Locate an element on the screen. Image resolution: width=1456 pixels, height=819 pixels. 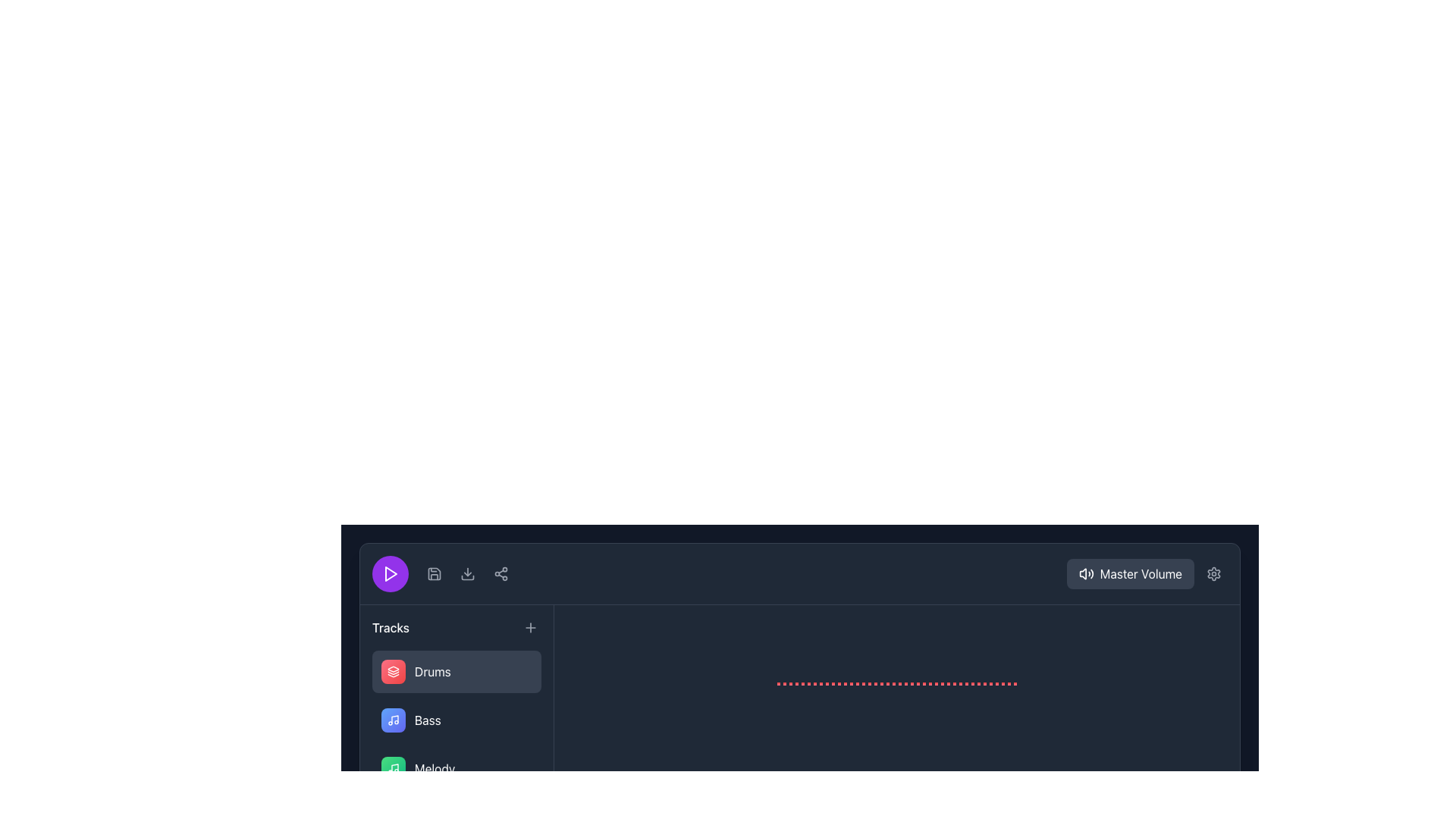
the Icon button resembling a minimalist 'X' shape, located to the right of the labeled item 'Bass' within a list-like interface is located at coordinates (523, 719).